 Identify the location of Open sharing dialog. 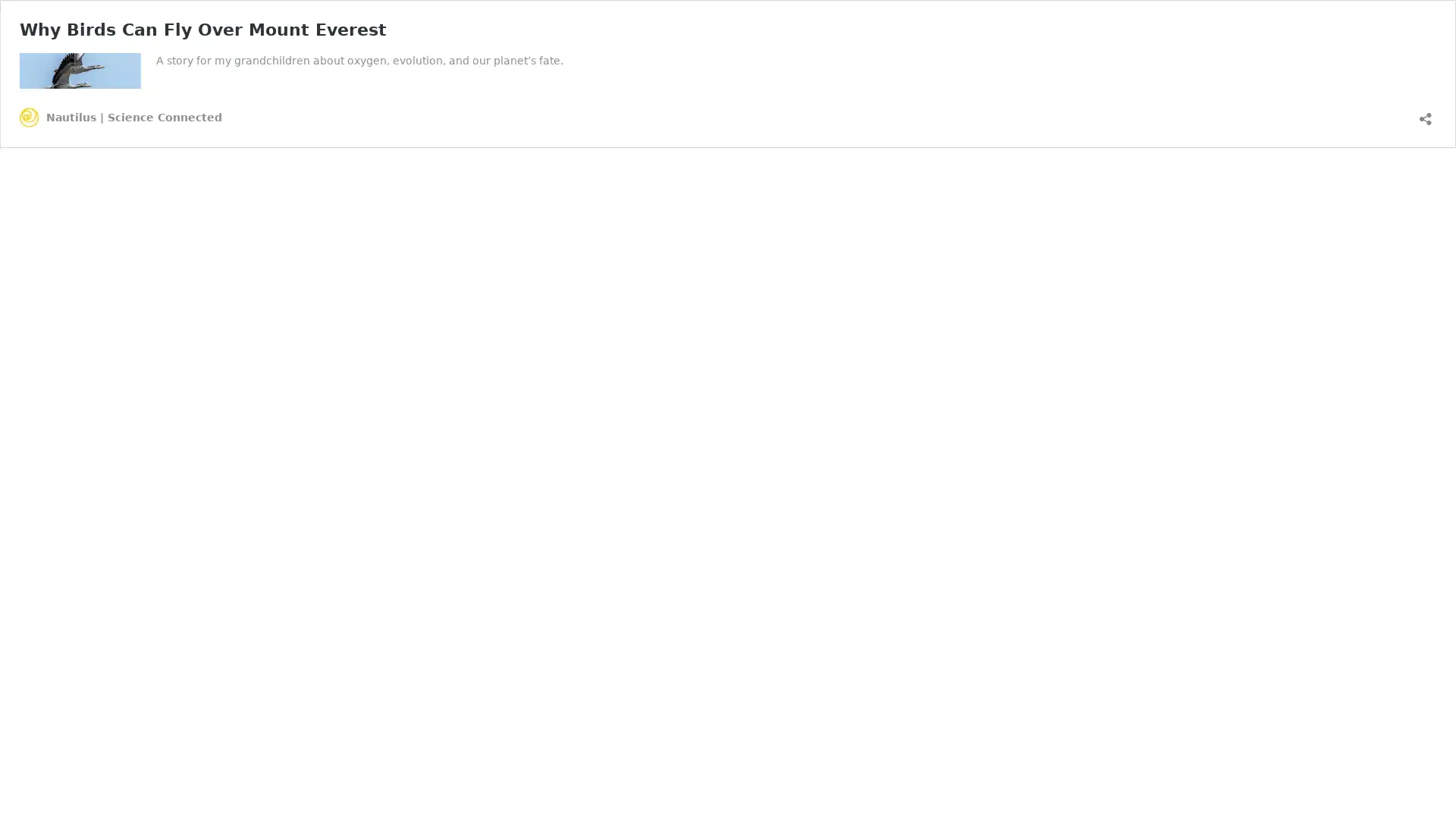
(1425, 112).